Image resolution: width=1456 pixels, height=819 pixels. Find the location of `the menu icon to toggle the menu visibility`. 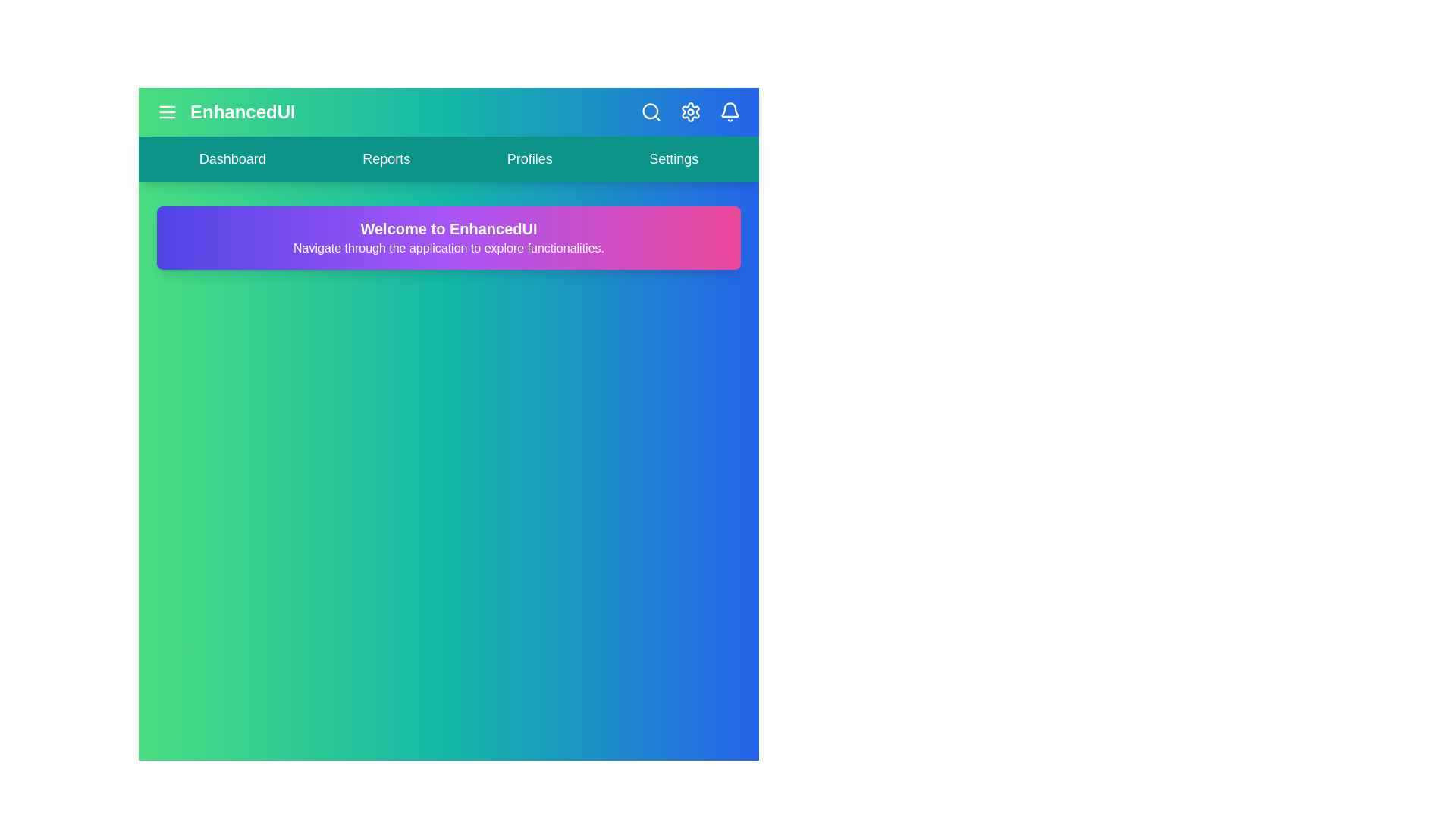

the menu icon to toggle the menu visibility is located at coordinates (167, 111).